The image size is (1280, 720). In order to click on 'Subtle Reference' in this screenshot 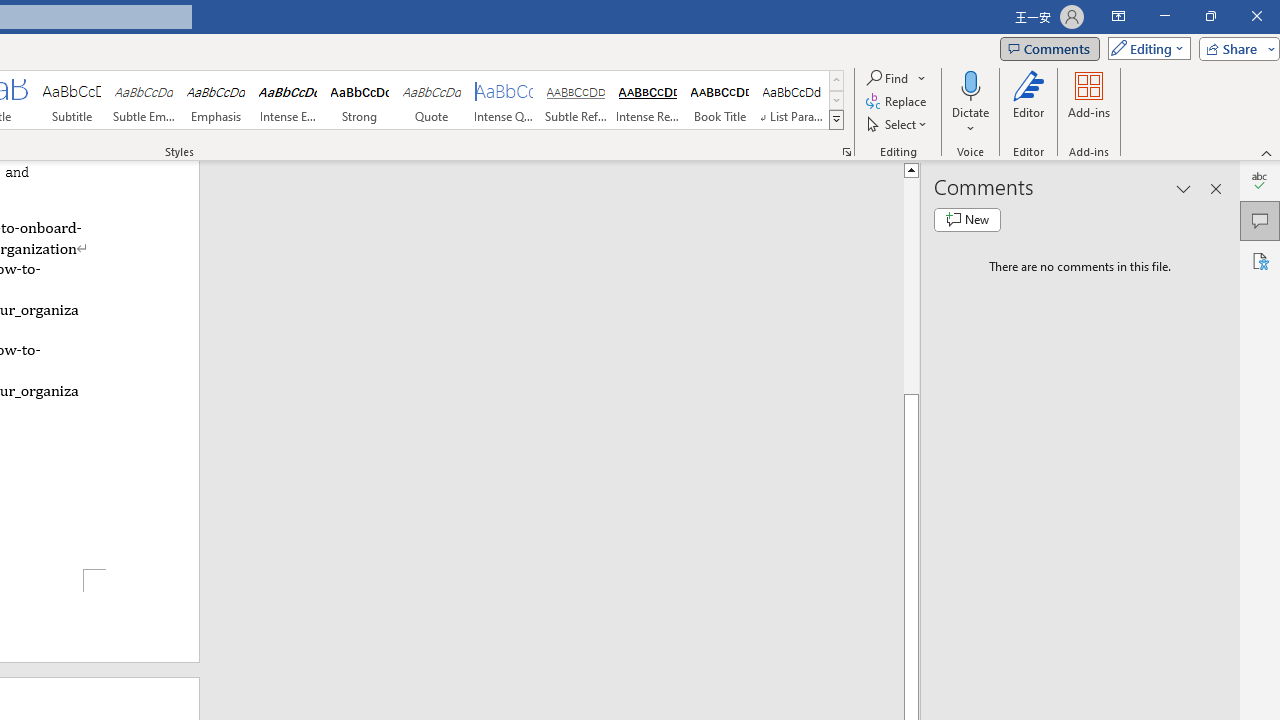, I will do `click(575, 100)`.